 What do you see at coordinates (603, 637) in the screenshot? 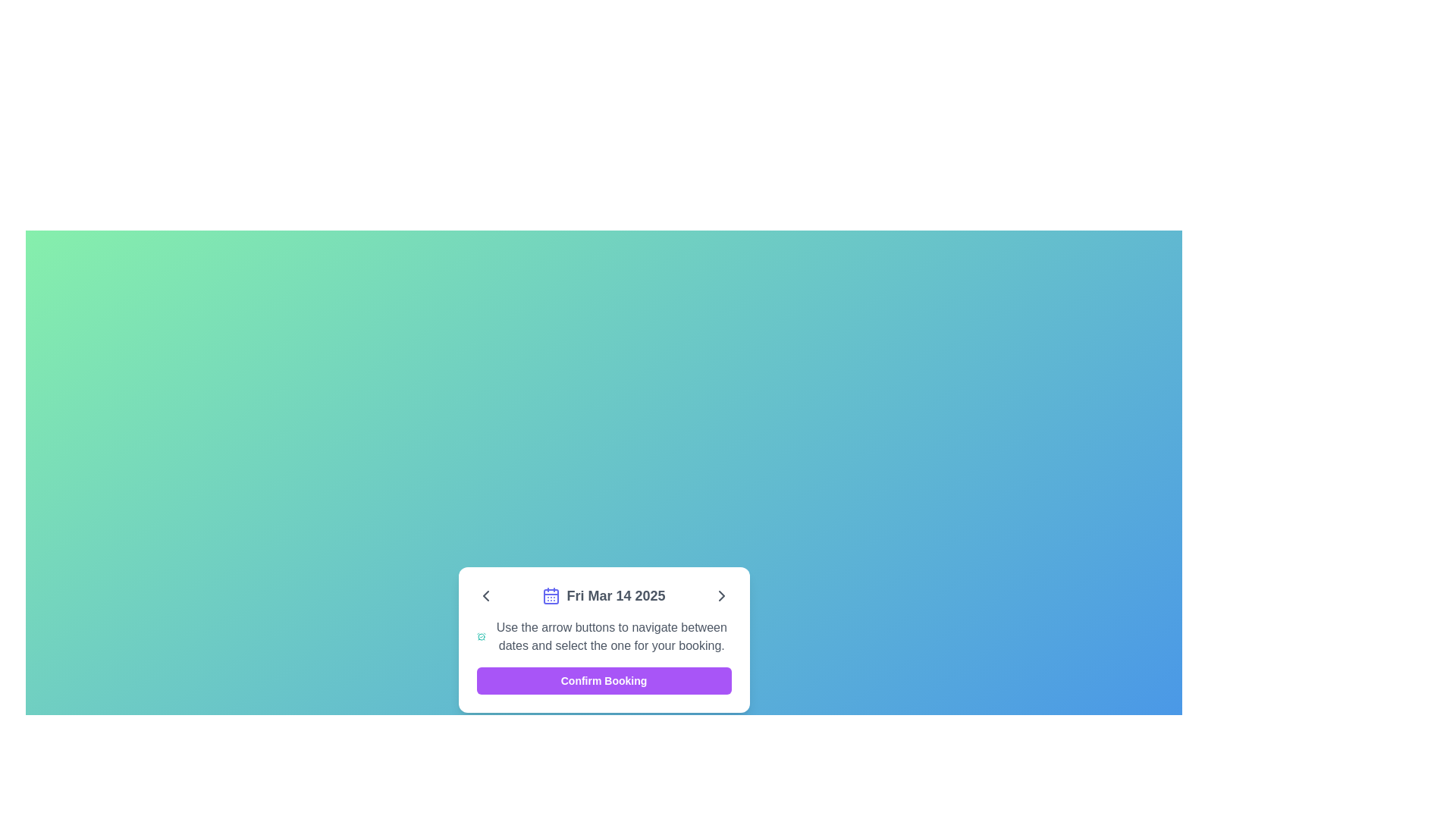
I see `the Text block that informs the user how to navigate between dates, located within a light card interface, positioned below the header displaying 'Fri Mar 14 2025' and above the 'Confirm Booking' button` at bounding box center [603, 637].